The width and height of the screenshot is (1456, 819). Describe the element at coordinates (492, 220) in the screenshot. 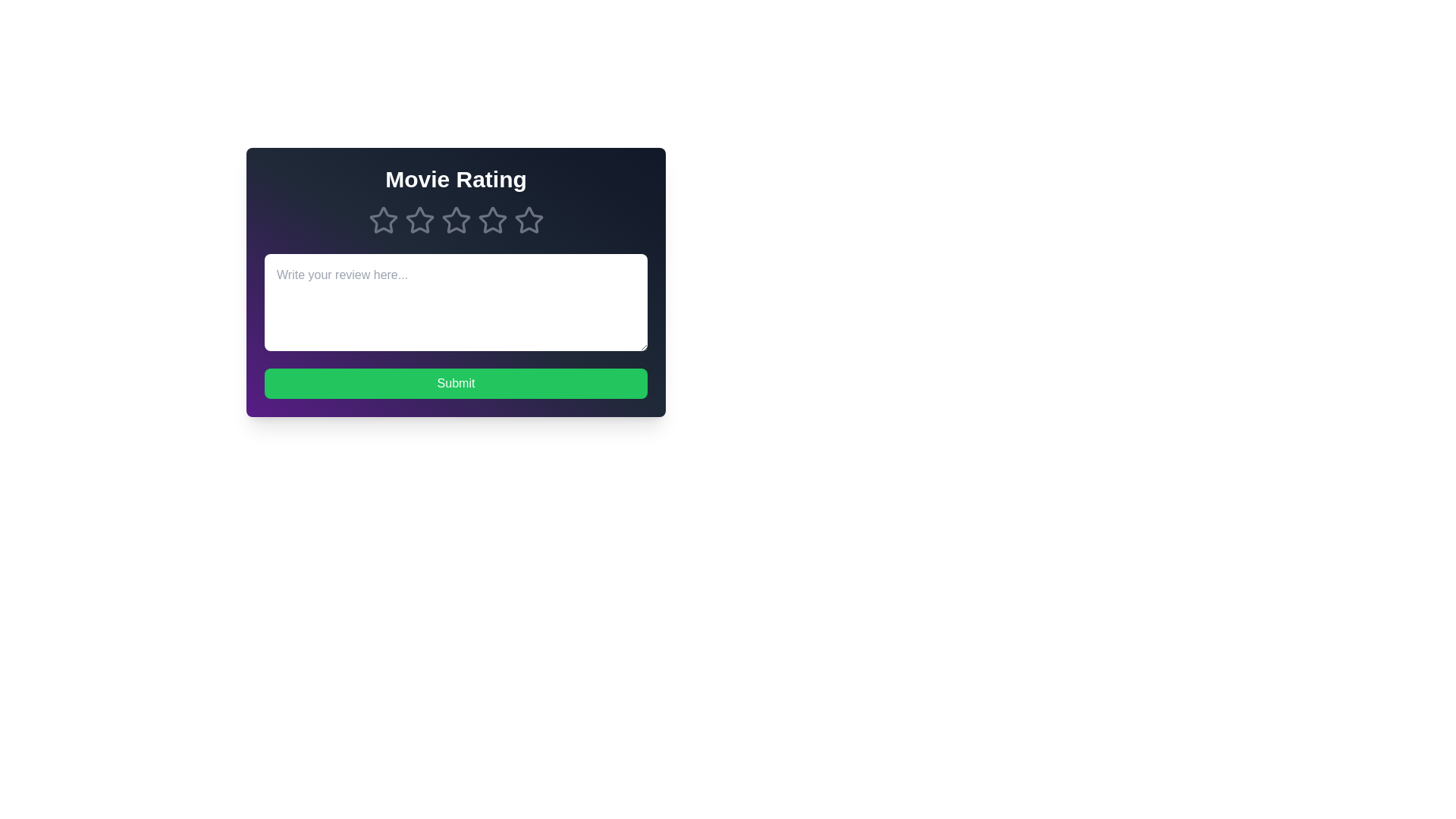

I see `the star corresponding to 4 stars to preview the rating` at that location.